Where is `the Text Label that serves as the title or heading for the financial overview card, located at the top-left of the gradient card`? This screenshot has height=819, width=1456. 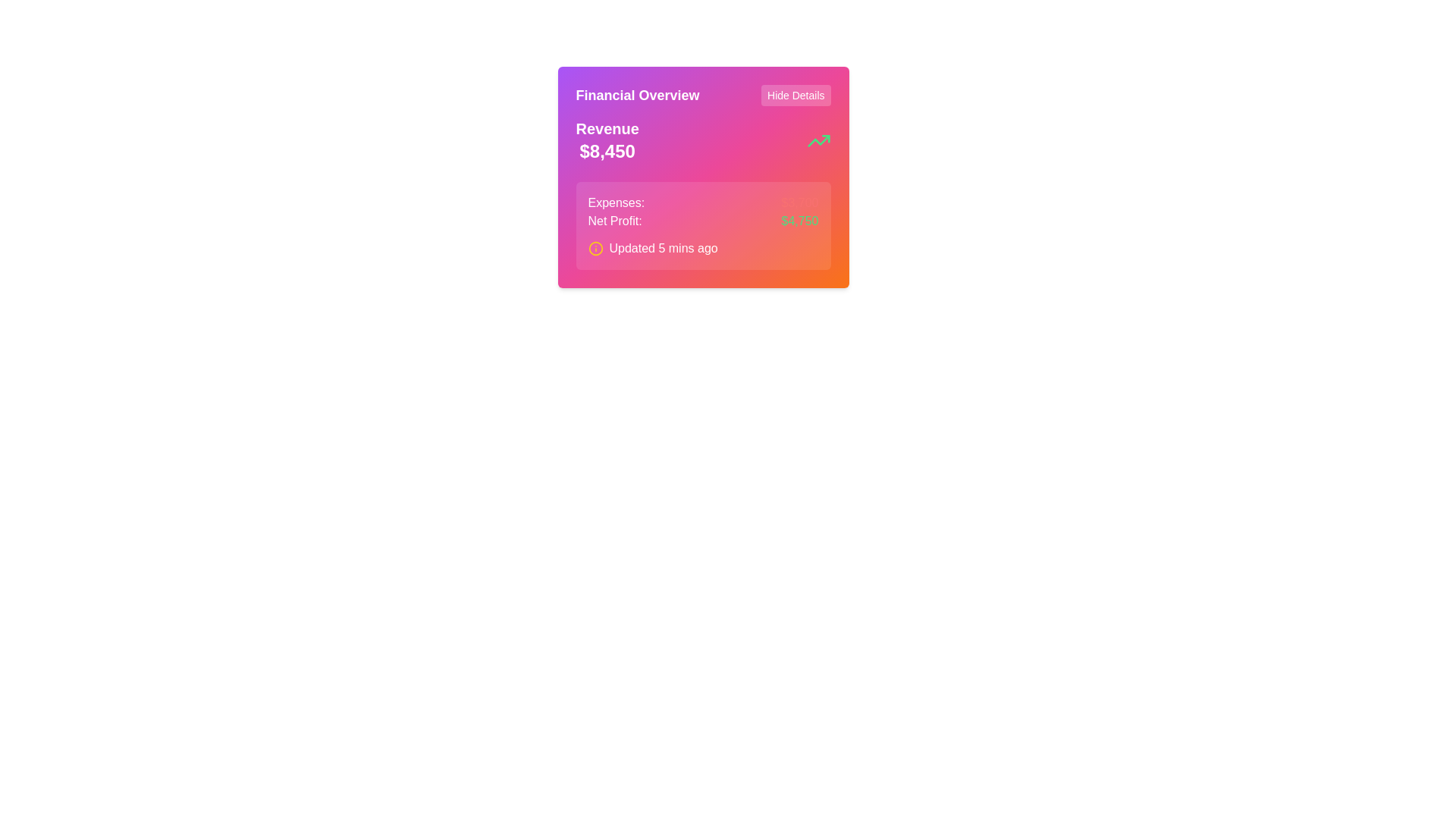
the Text Label that serves as the title or heading for the financial overview card, located at the top-left of the gradient card is located at coordinates (637, 96).